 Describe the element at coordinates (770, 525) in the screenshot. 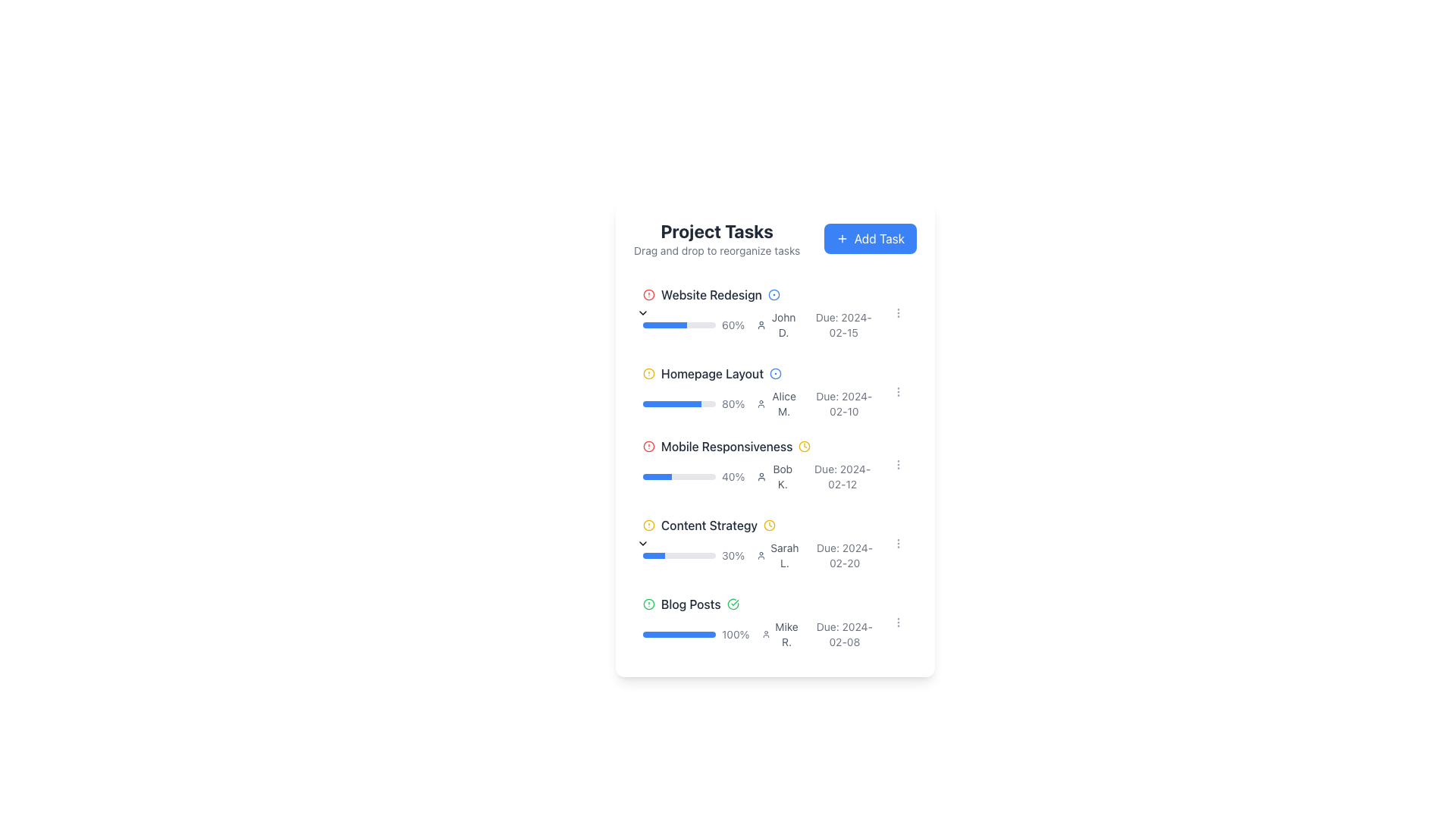

I see `the circular icon with a yellow border and a white fill, which is positioned to the left of the task titles like 'Mobile Responsiveness' or 'Homepage Layout'` at that location.